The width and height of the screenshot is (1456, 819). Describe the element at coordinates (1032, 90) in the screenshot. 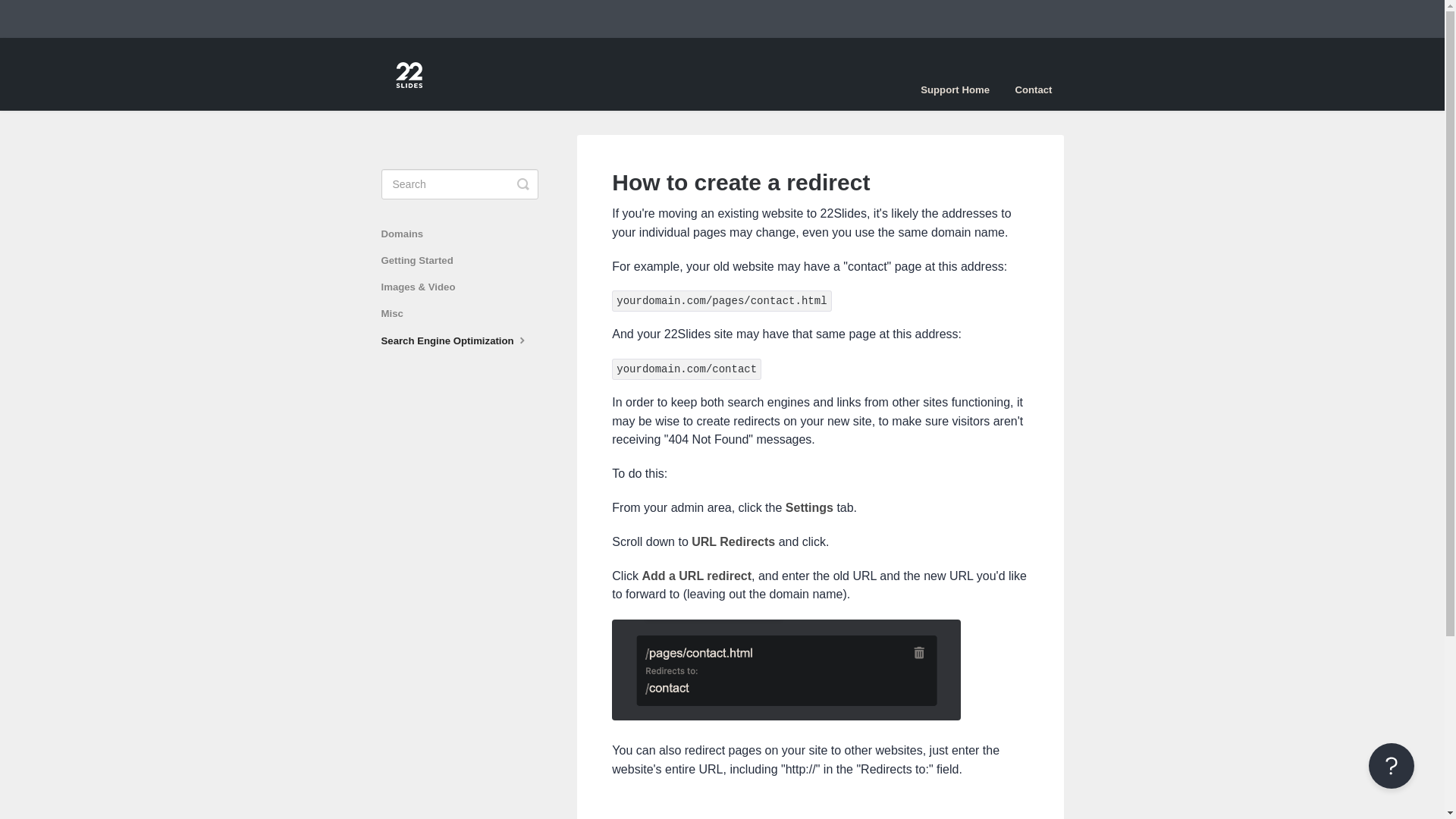

I see `'Contact'` at that location.